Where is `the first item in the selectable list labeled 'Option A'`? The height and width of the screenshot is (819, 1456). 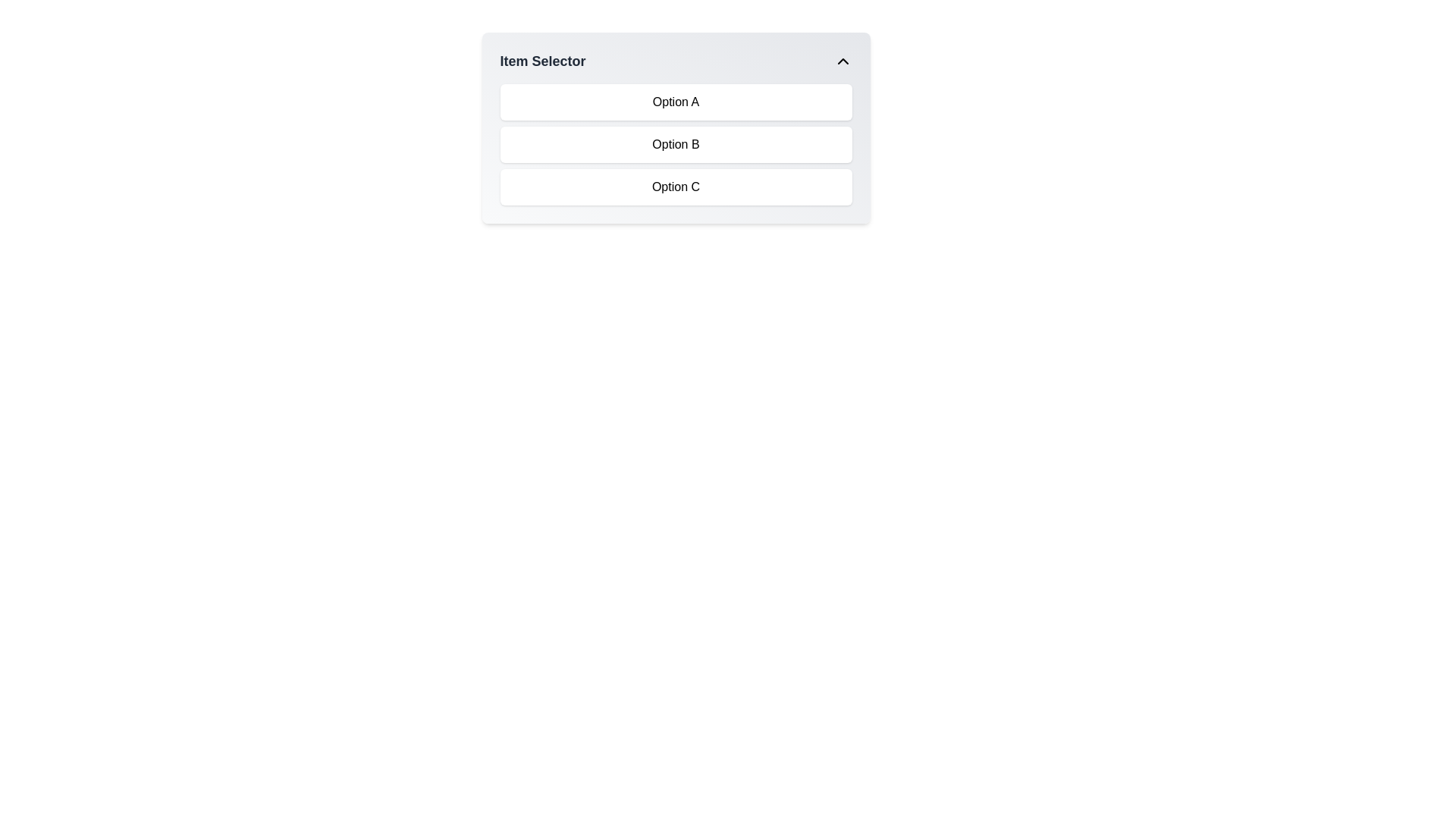 the first item in the selectable list labeled 'Option A' is located at coordinates (675, 102).